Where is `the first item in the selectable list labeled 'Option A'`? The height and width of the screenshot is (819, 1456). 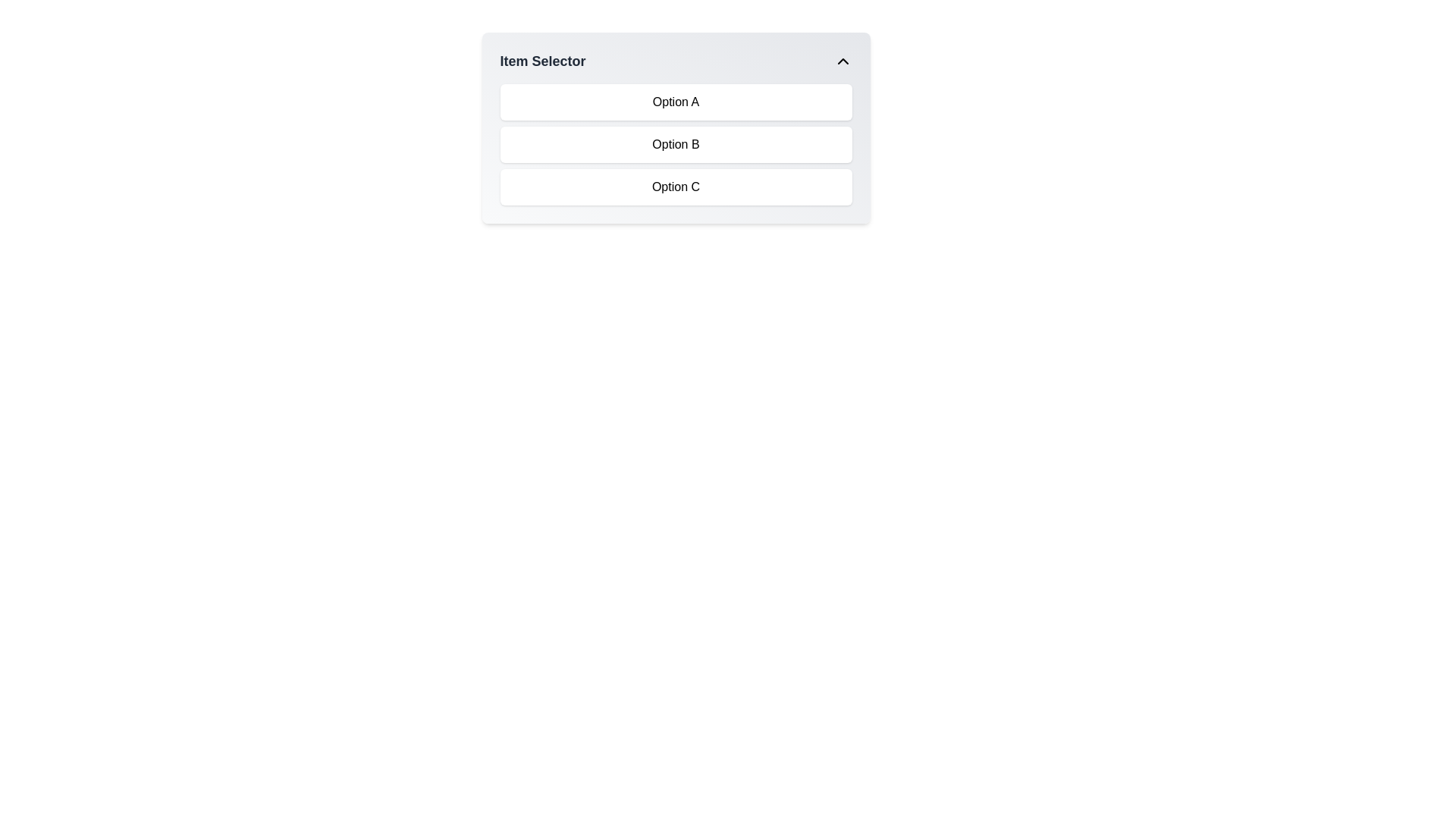 the first item in the selectable list labeled 'Option A' is located at coordinates (675, 102).